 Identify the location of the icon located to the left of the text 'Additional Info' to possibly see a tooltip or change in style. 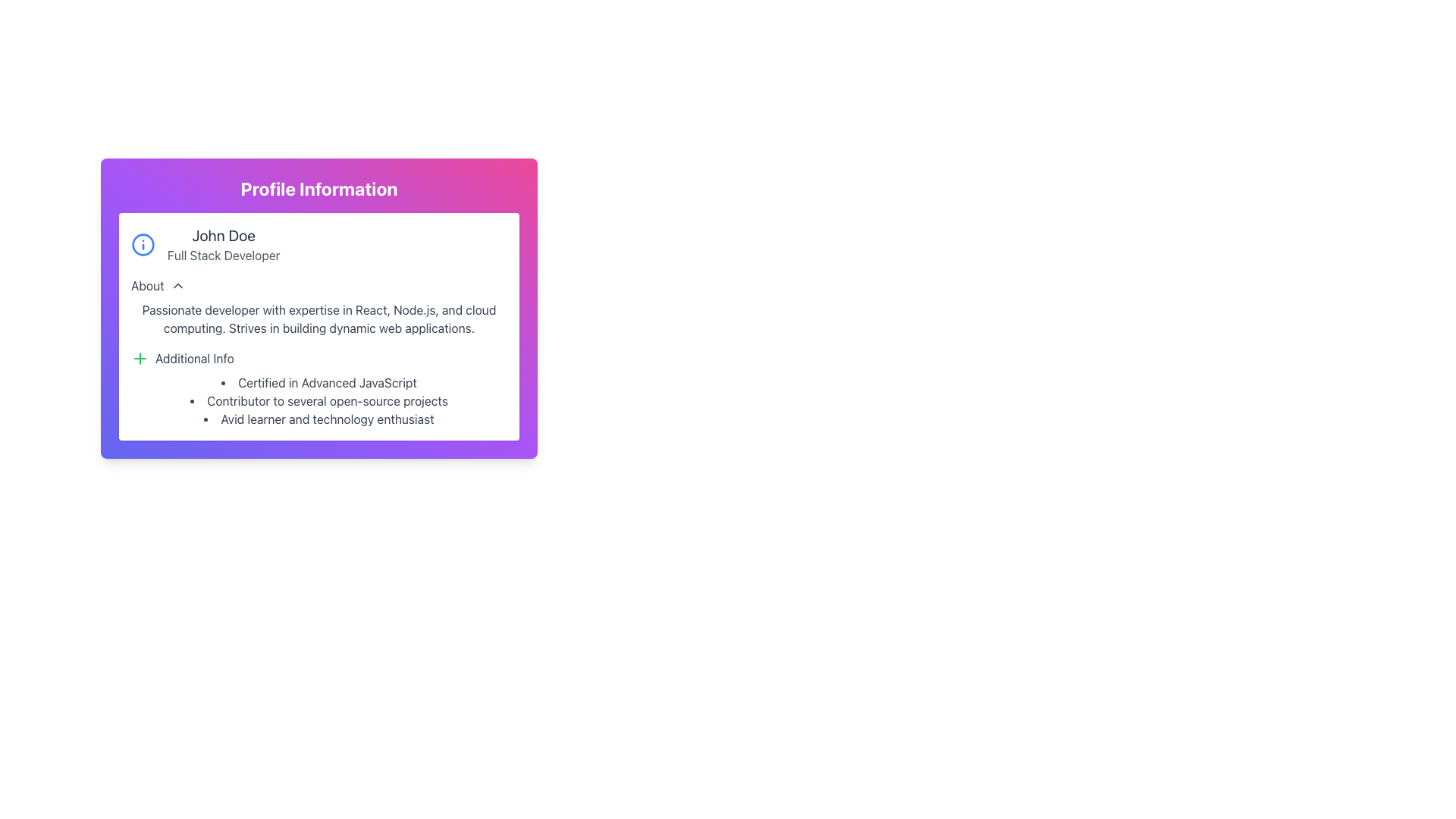
(140, 359).